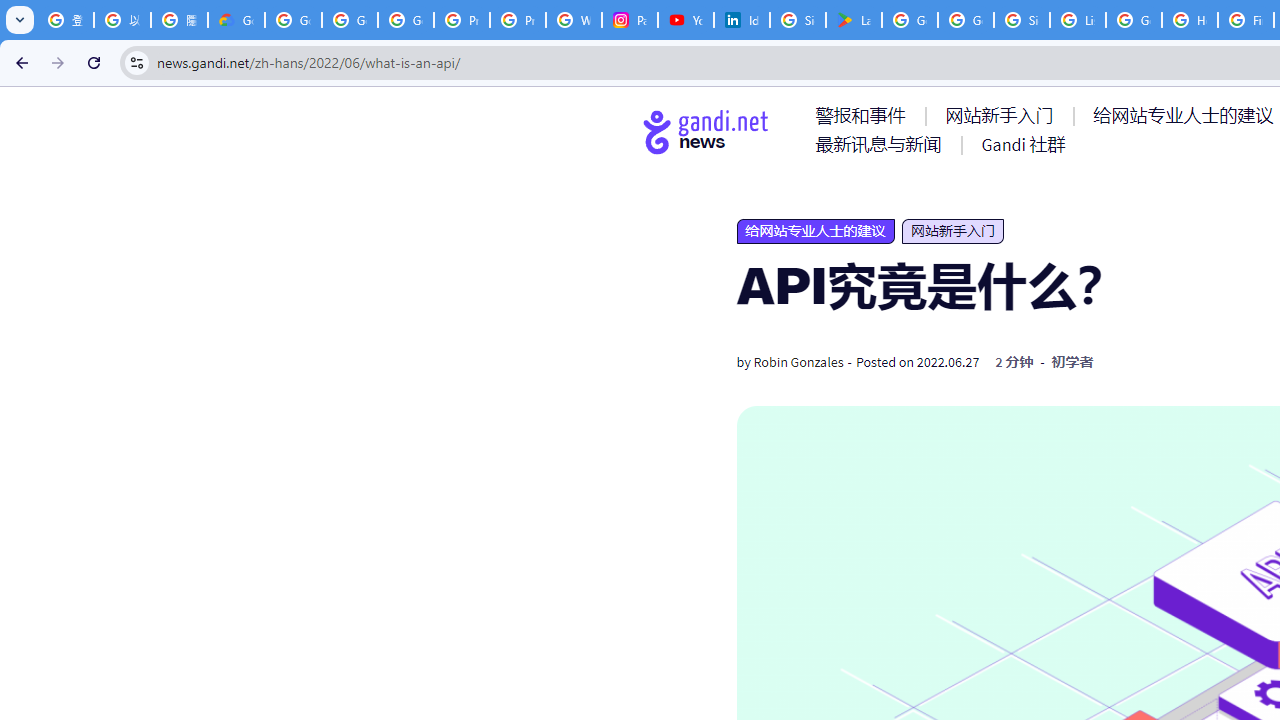 This screenshot has width=1280, height=720. I want to click on 'Last Shelter: Survival - Apps on Google Play', so click(853, 20).